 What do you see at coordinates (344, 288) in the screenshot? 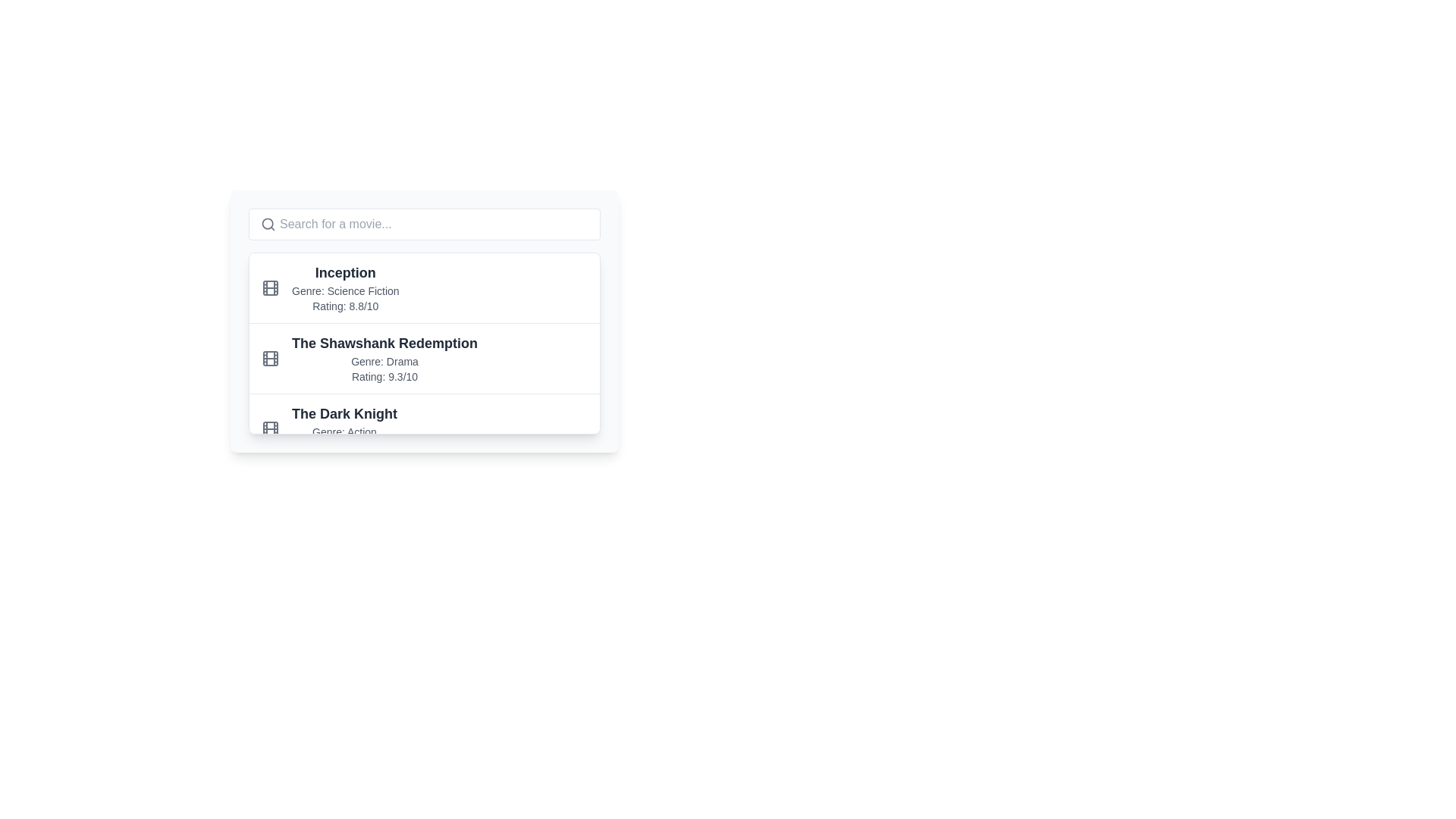
I see `the Informational Text Block that provides details about the movie, including its title, genre, and rating, for additional information` at bounding box center [344, 288].